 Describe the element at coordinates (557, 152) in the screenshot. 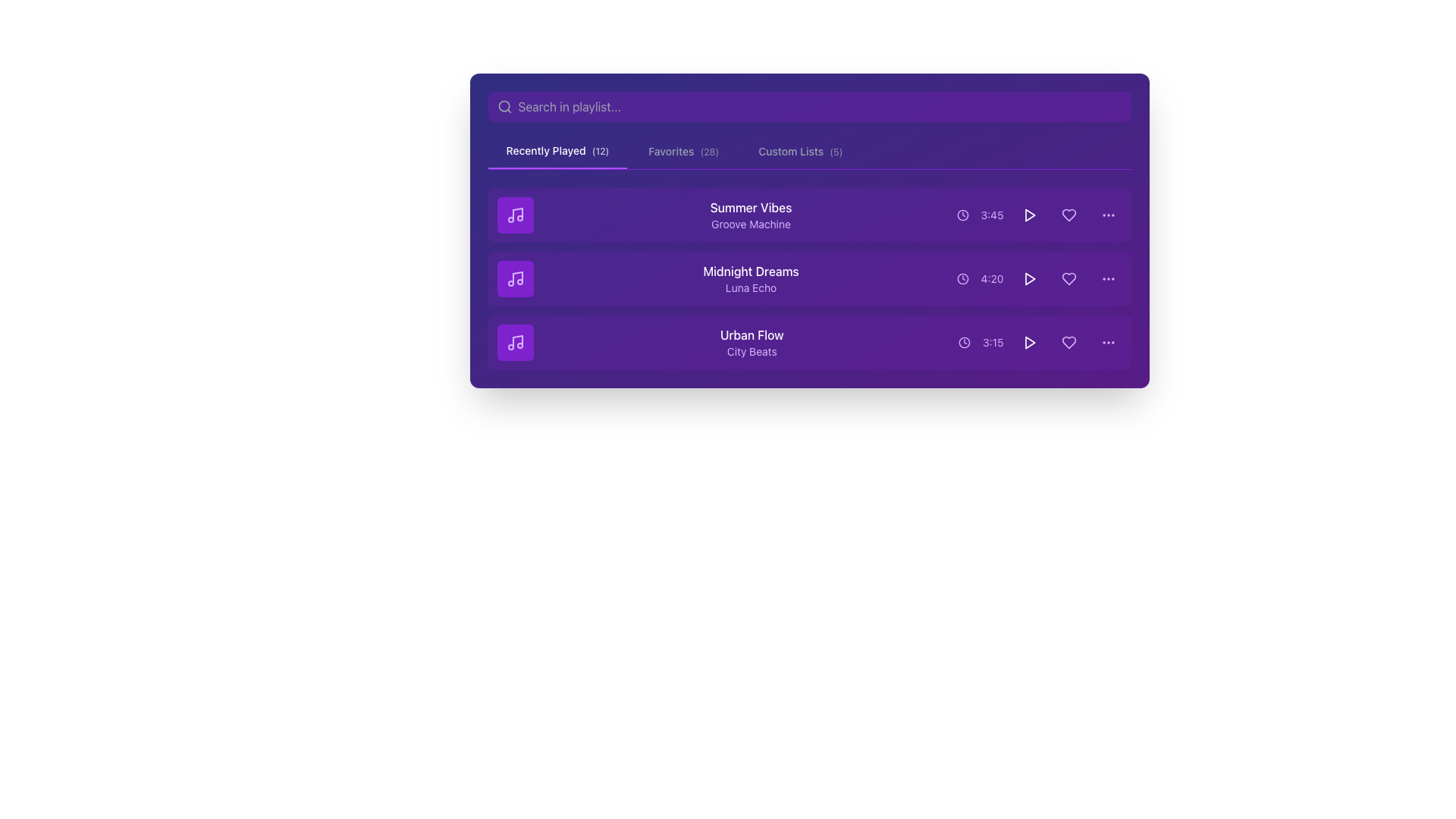

I see `the 'Recently Played (12)' tab, which is styled with bold white text on a purple background and has a bottom border indicating its active state` at that location.